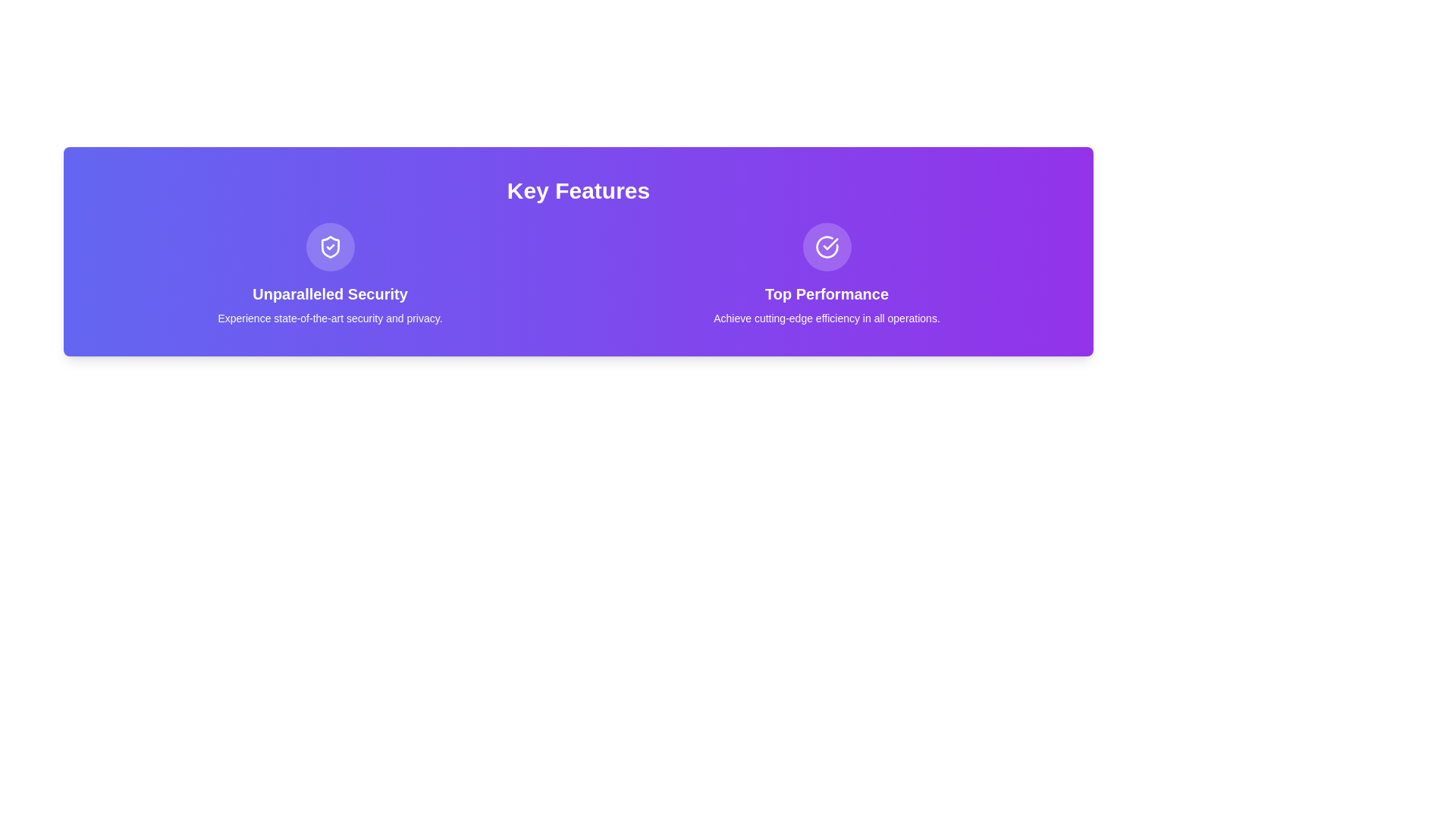  Describe the element at coordinates (826, 246) in the screenshot. I see `the circular checkmark icon located at the top center of the purple 'Top Performance' card` at that location.